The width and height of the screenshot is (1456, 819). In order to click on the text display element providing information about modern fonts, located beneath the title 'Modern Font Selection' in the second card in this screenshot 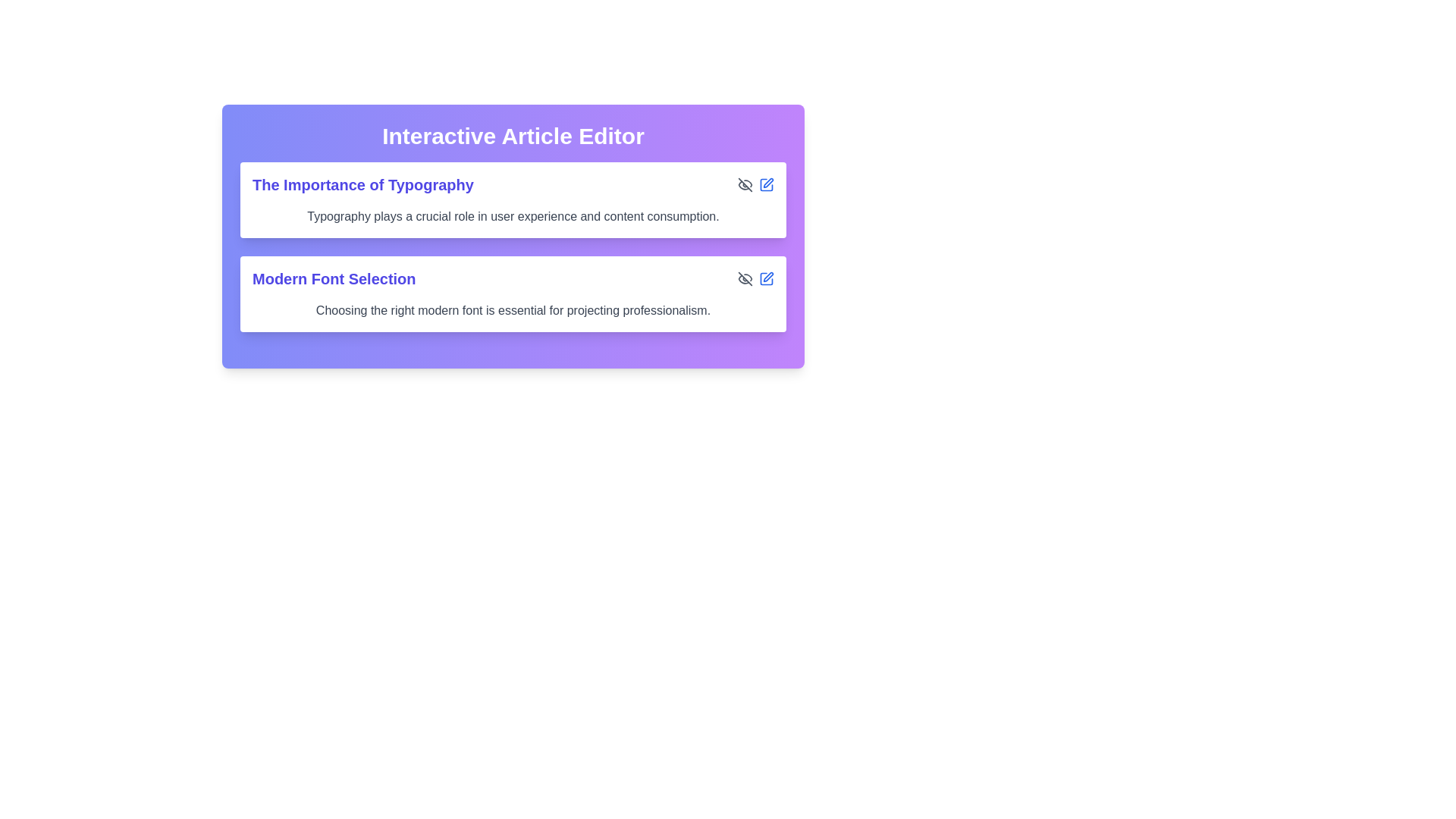, I will do `click(513, 309)`.